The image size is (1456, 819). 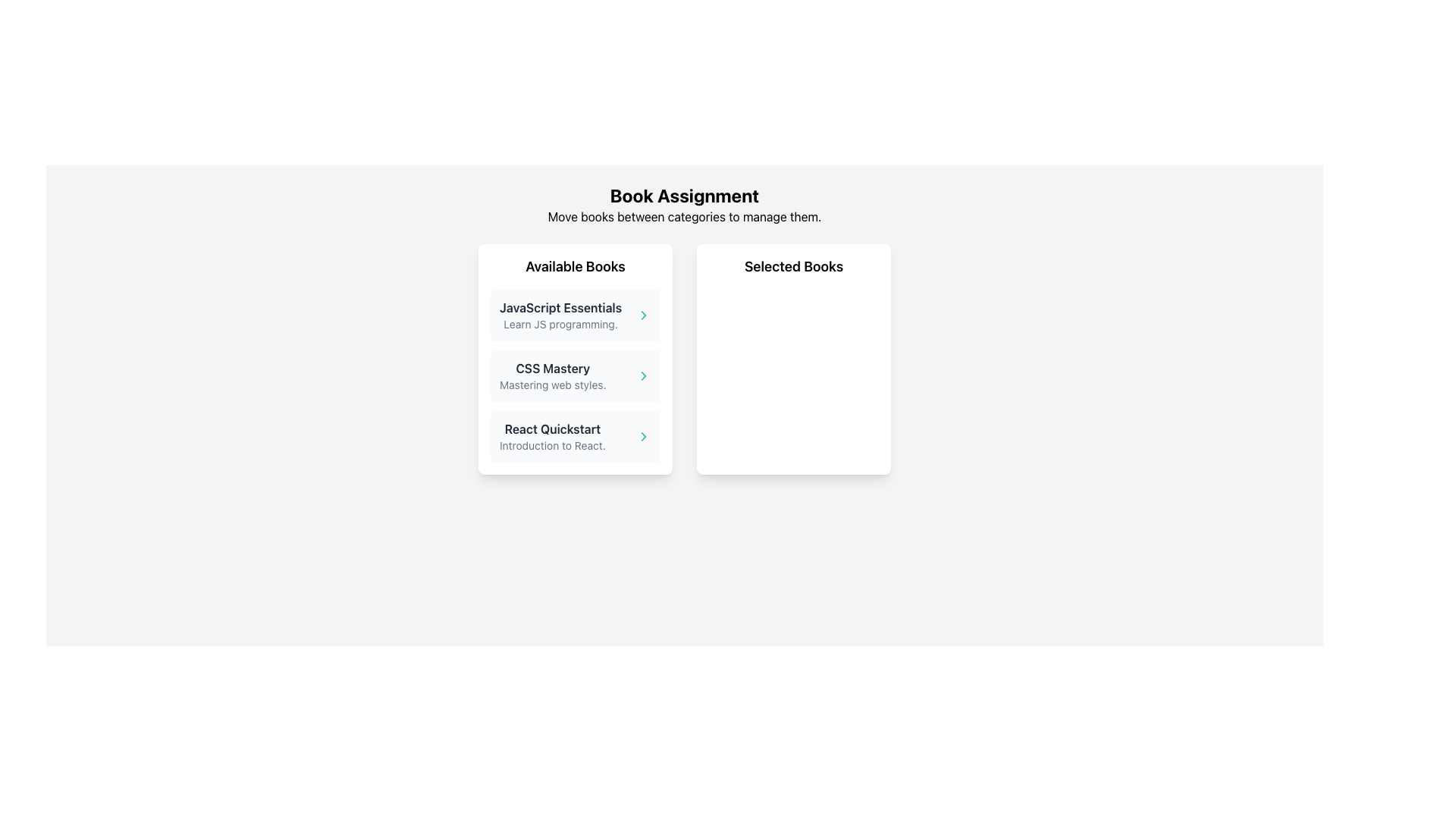 I want to click on the subtitle located directly below the 'CSS Mastery' heading in the 'Available Books' column, so click(x=552, y=384).